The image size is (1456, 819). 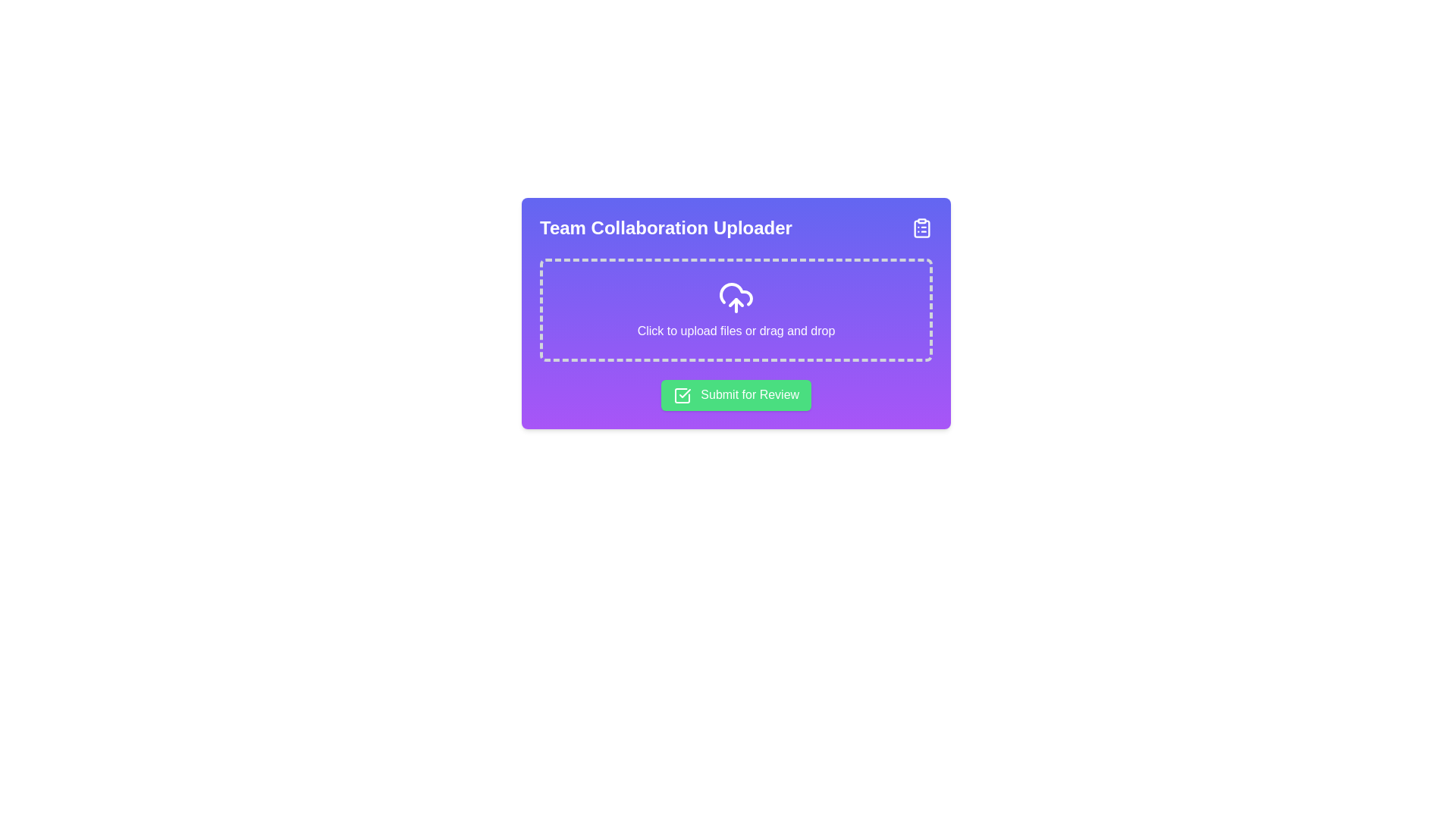 What do you see at coordinates (736, 227) in the screenshot?
I see `the header element at the top of the card section` at bounding box center [736, 227].